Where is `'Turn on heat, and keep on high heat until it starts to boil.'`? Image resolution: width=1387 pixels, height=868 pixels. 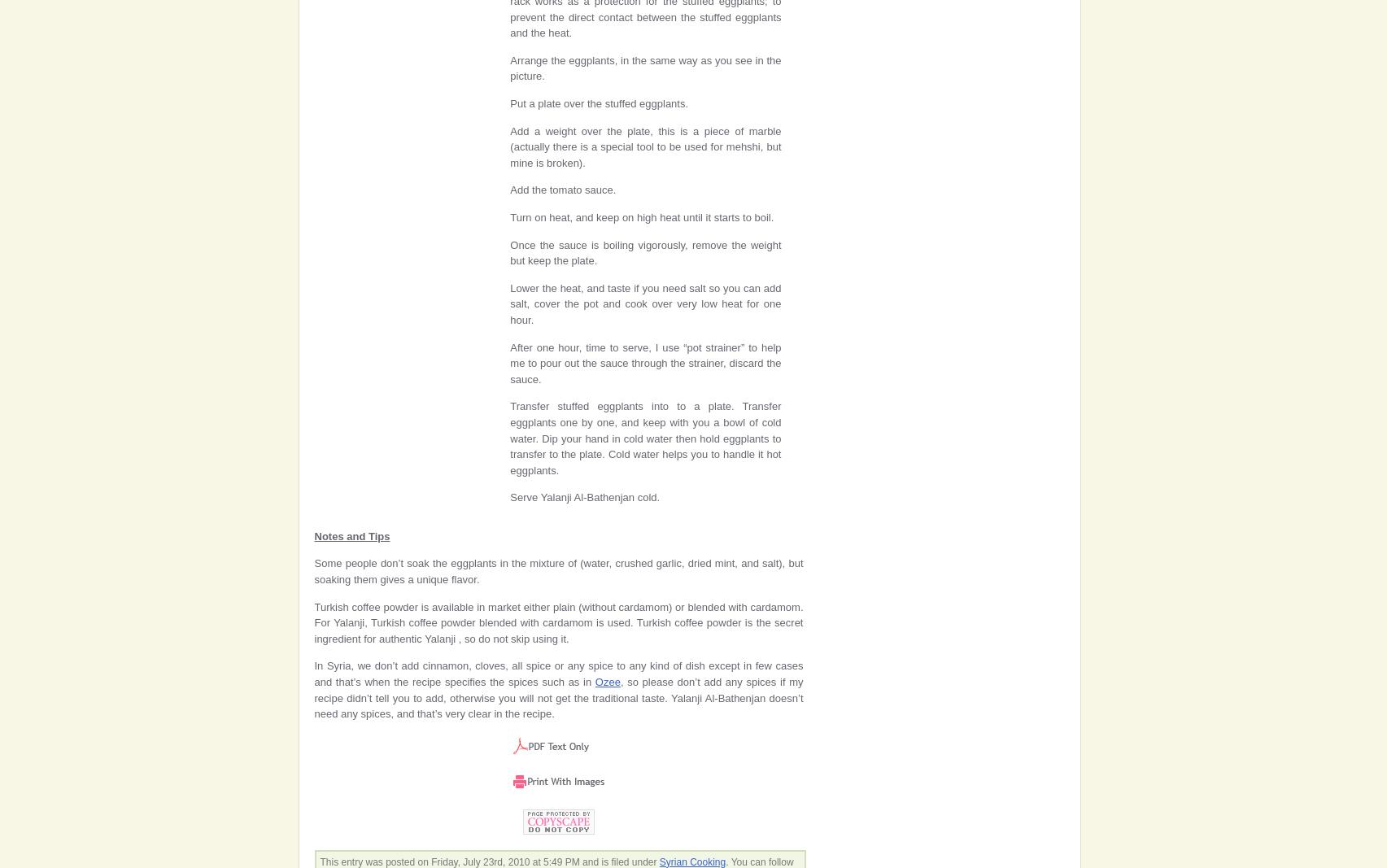 'Turn on heat, and keep on high heat until it starts to boil.' is located at coordinates (642, 216).